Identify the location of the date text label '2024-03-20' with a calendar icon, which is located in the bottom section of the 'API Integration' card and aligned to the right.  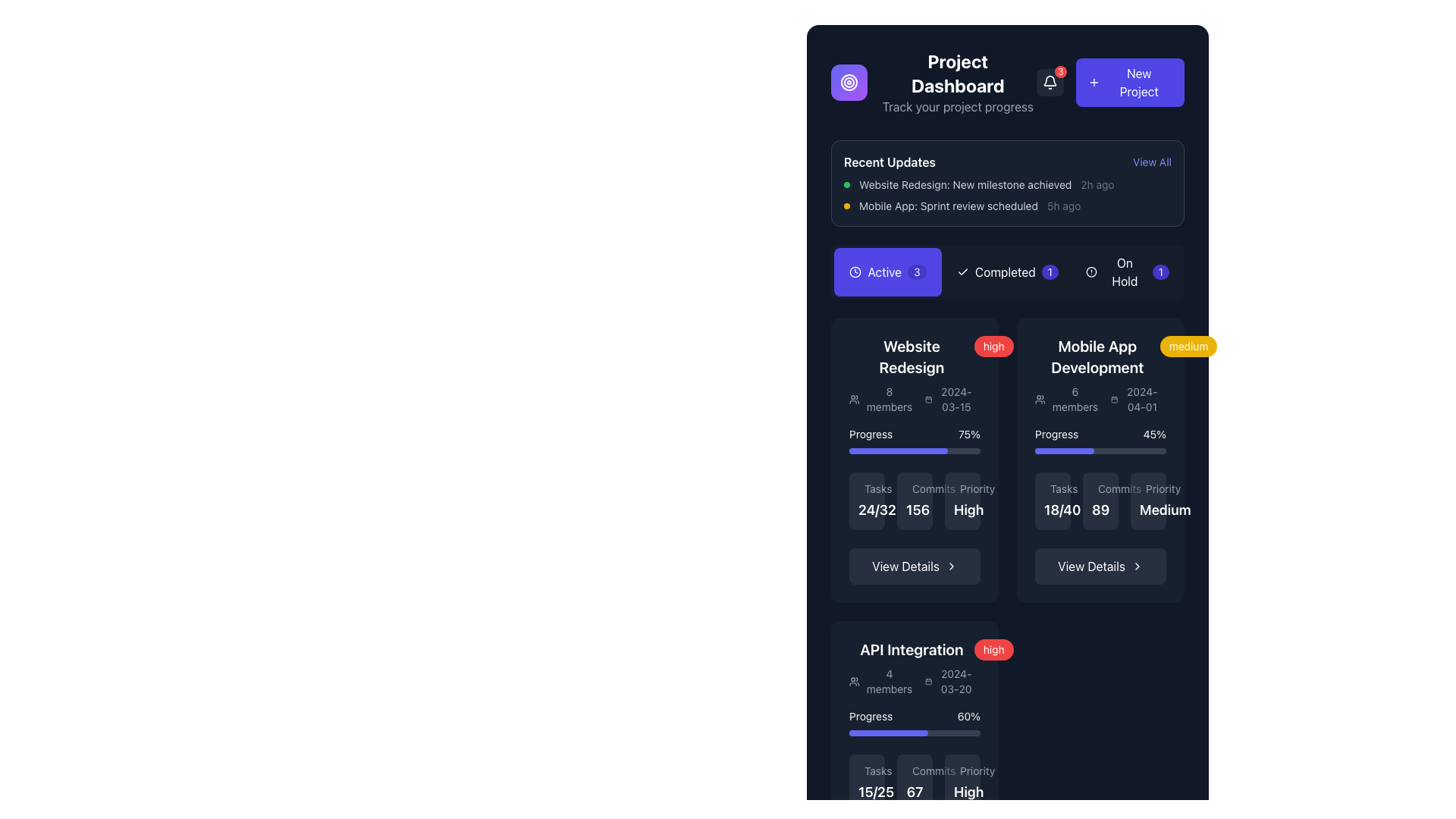
(949, 680).